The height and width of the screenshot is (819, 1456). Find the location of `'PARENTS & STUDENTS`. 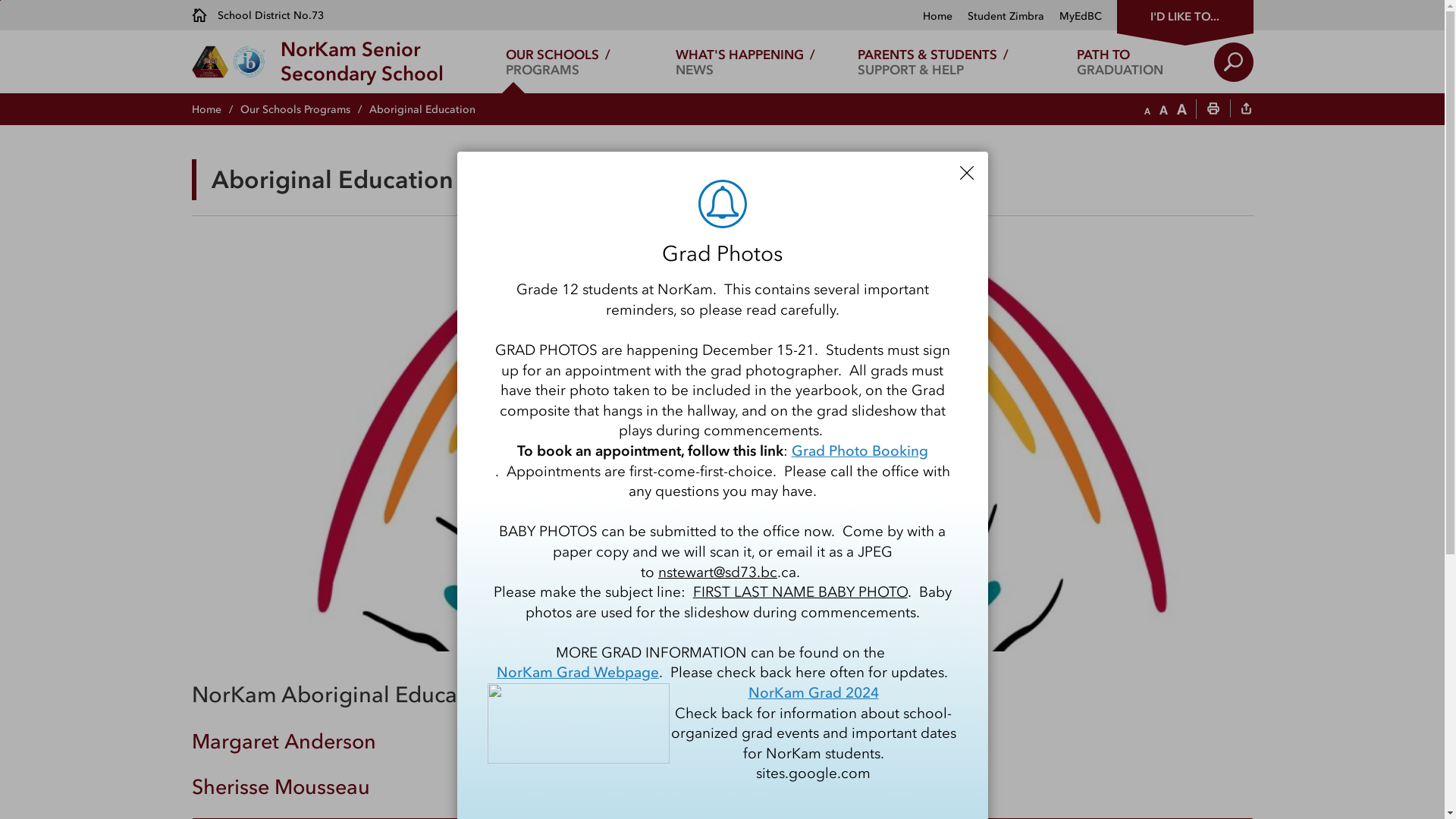

'PARENTS & STUDENTS is located at coordinates (931, 61).